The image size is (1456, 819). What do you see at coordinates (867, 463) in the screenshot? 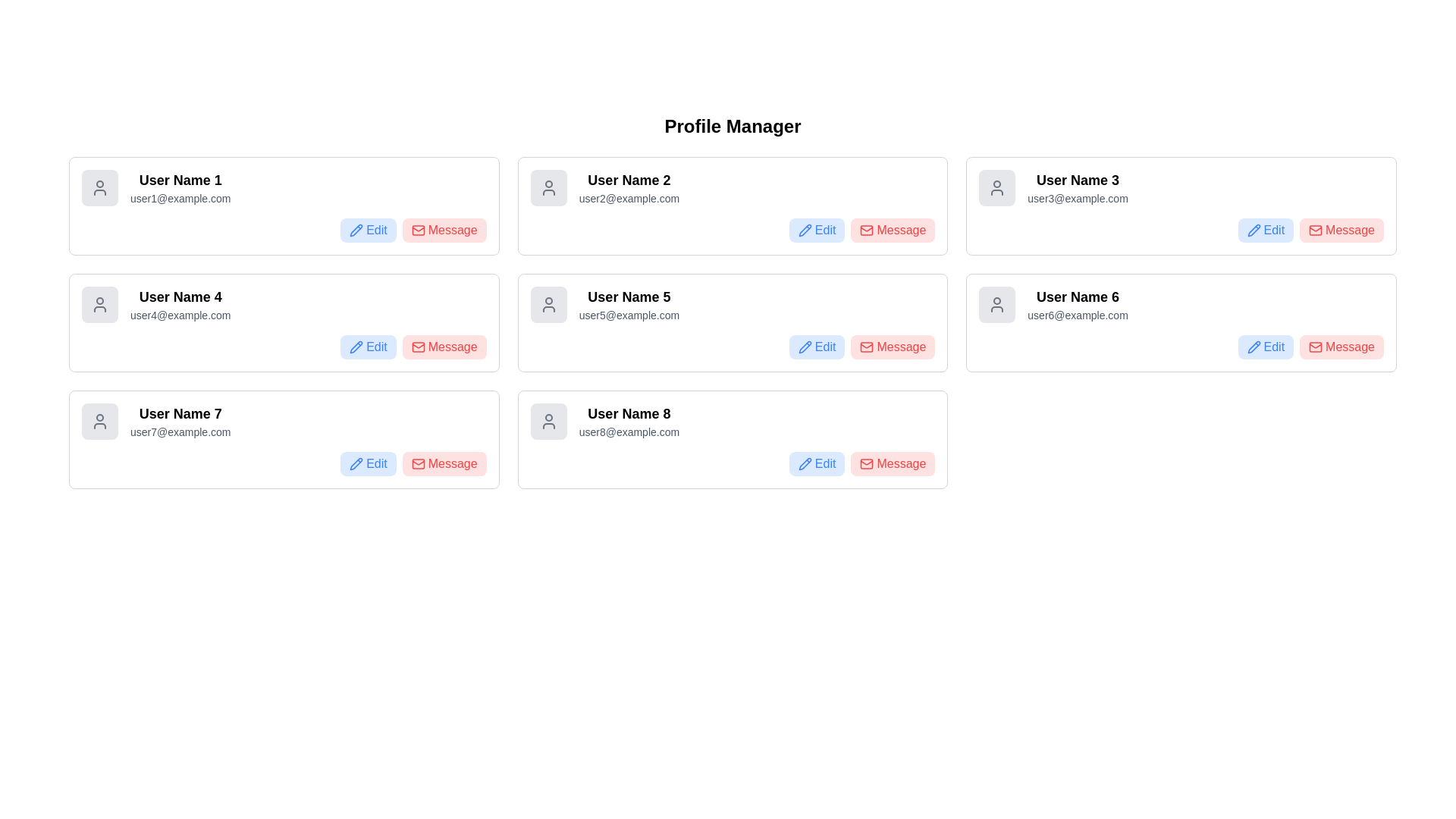
I see `the mail icon represented by a red envelope symbol inside the 'Message' button for 'User Name 5', located in the second row, second column of the grid layout` at bounding box center [867, 463].